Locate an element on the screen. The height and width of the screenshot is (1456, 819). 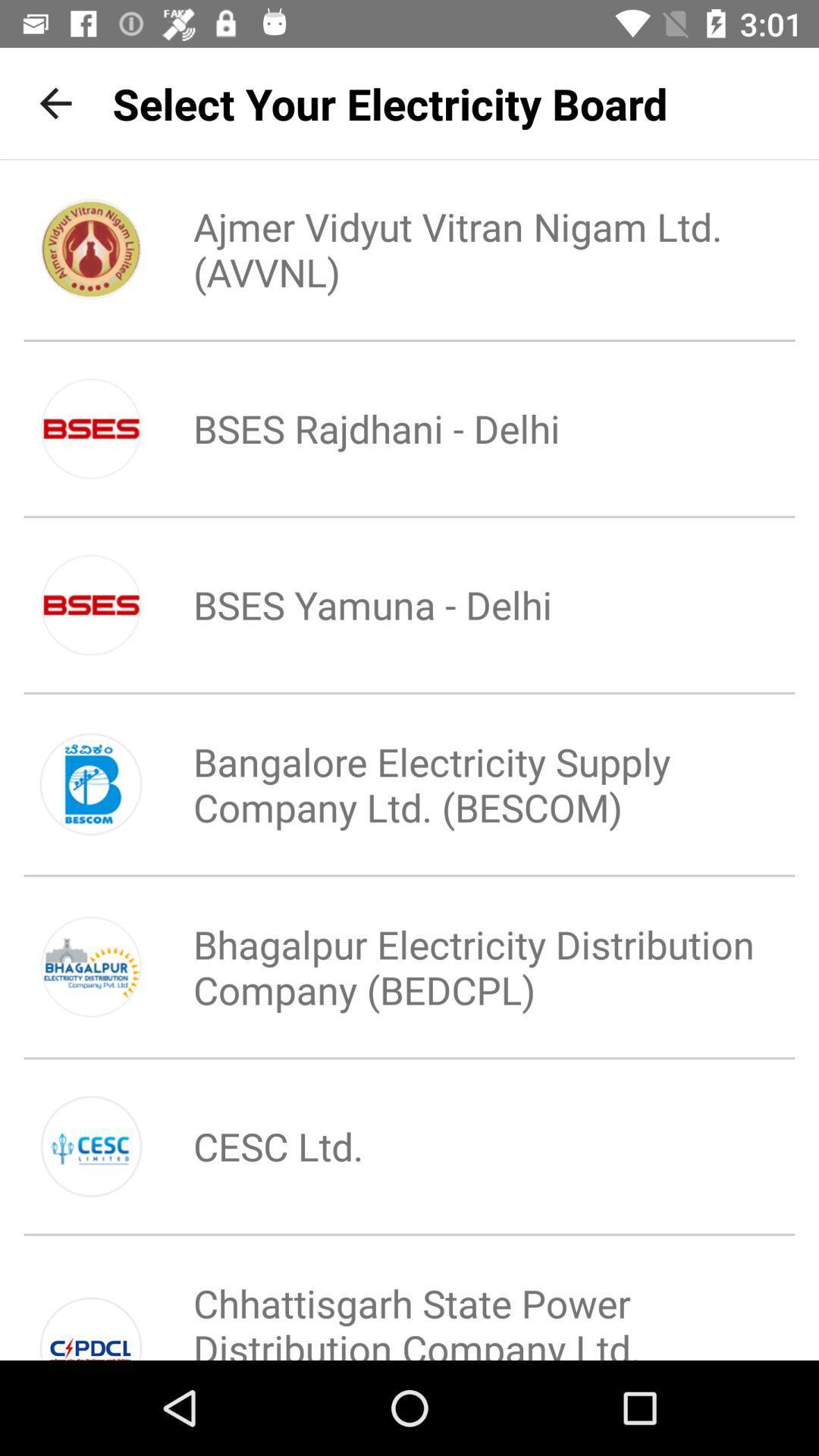
the icon above bhagalpur electricity distribution is located at coordinates (460, 784).